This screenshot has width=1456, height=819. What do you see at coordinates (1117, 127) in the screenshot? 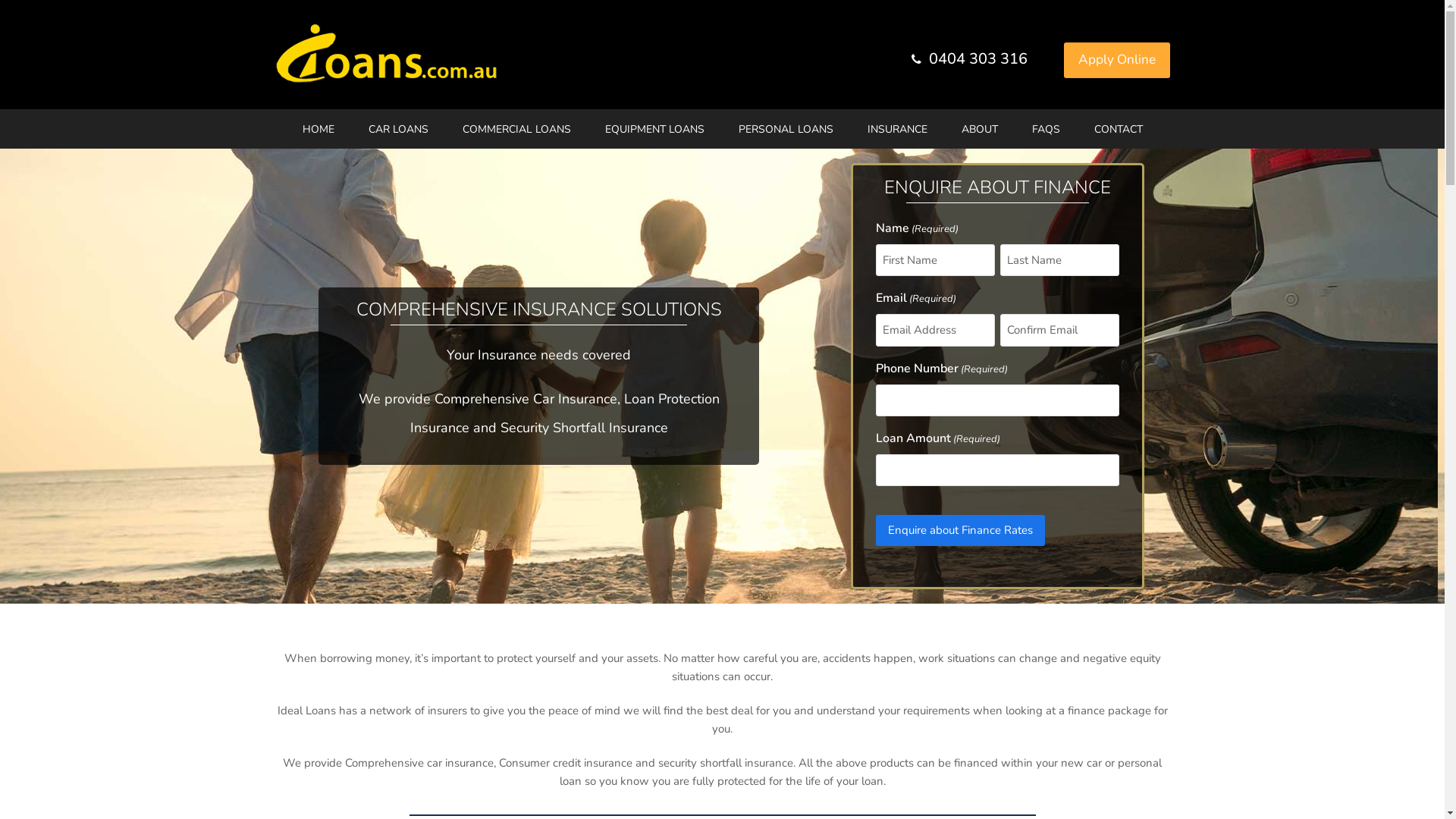
I see `'CONTACT'` at bounding box center [1117, 127].